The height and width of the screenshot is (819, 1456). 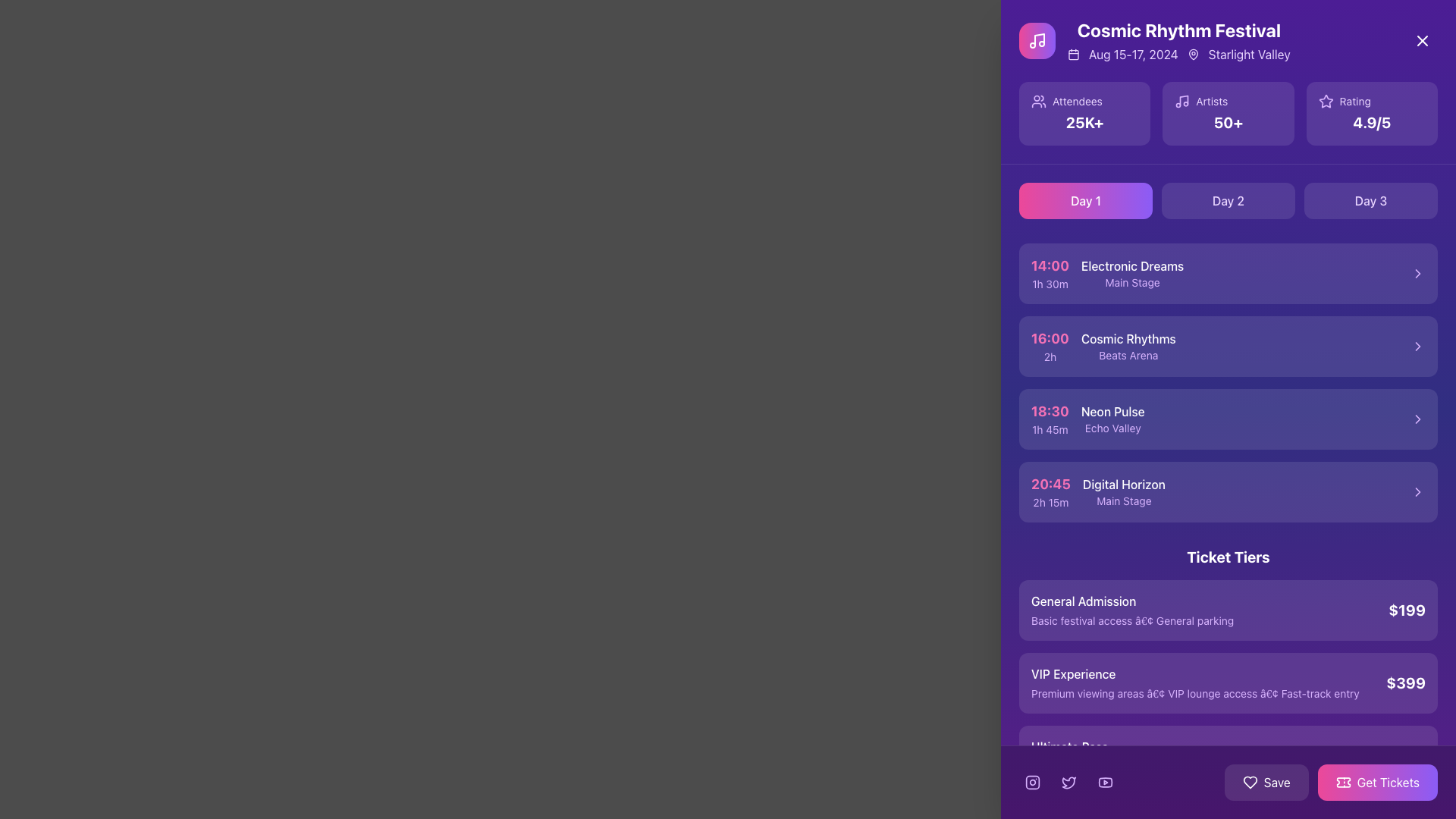 I want to click on the List item displaying the details and price of the 'VIP Experience' ticket option, so click(x=1228, y=683).